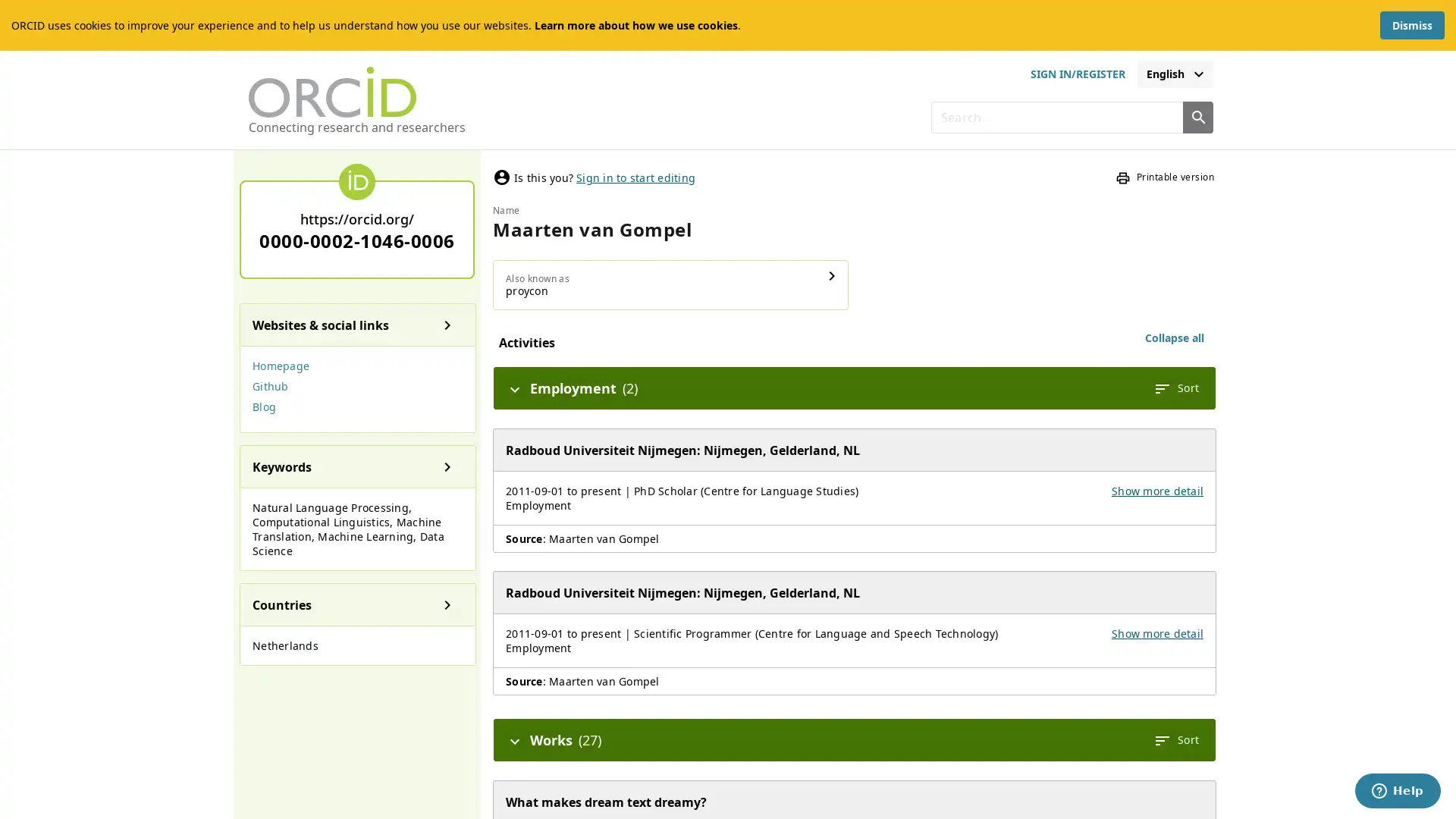  Describe the element at coordinates (832, 275) in the screenshot. I see `Show details` at that location.